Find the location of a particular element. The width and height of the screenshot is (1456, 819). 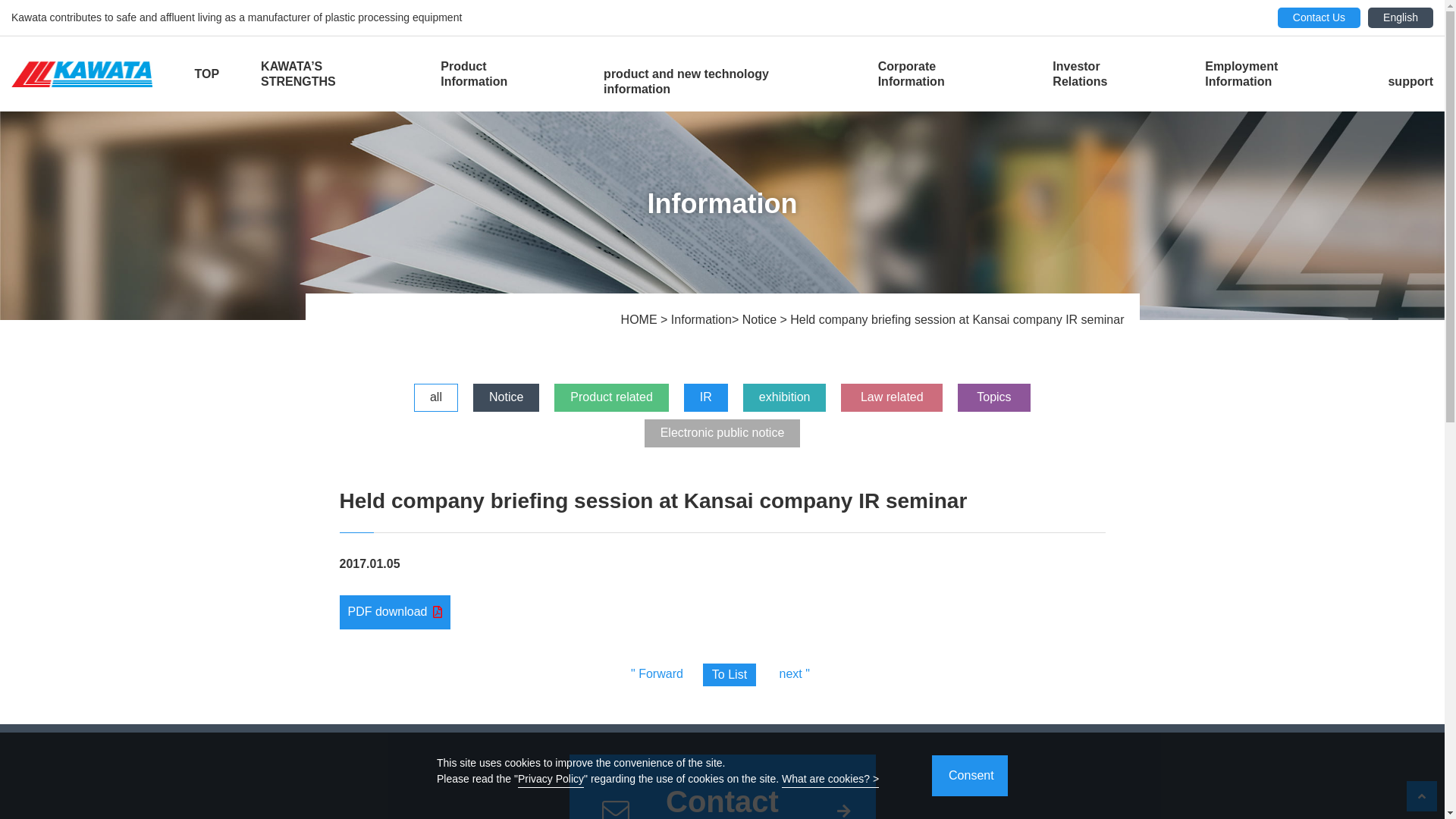

'Product related' is located at coordinates (611, 397).